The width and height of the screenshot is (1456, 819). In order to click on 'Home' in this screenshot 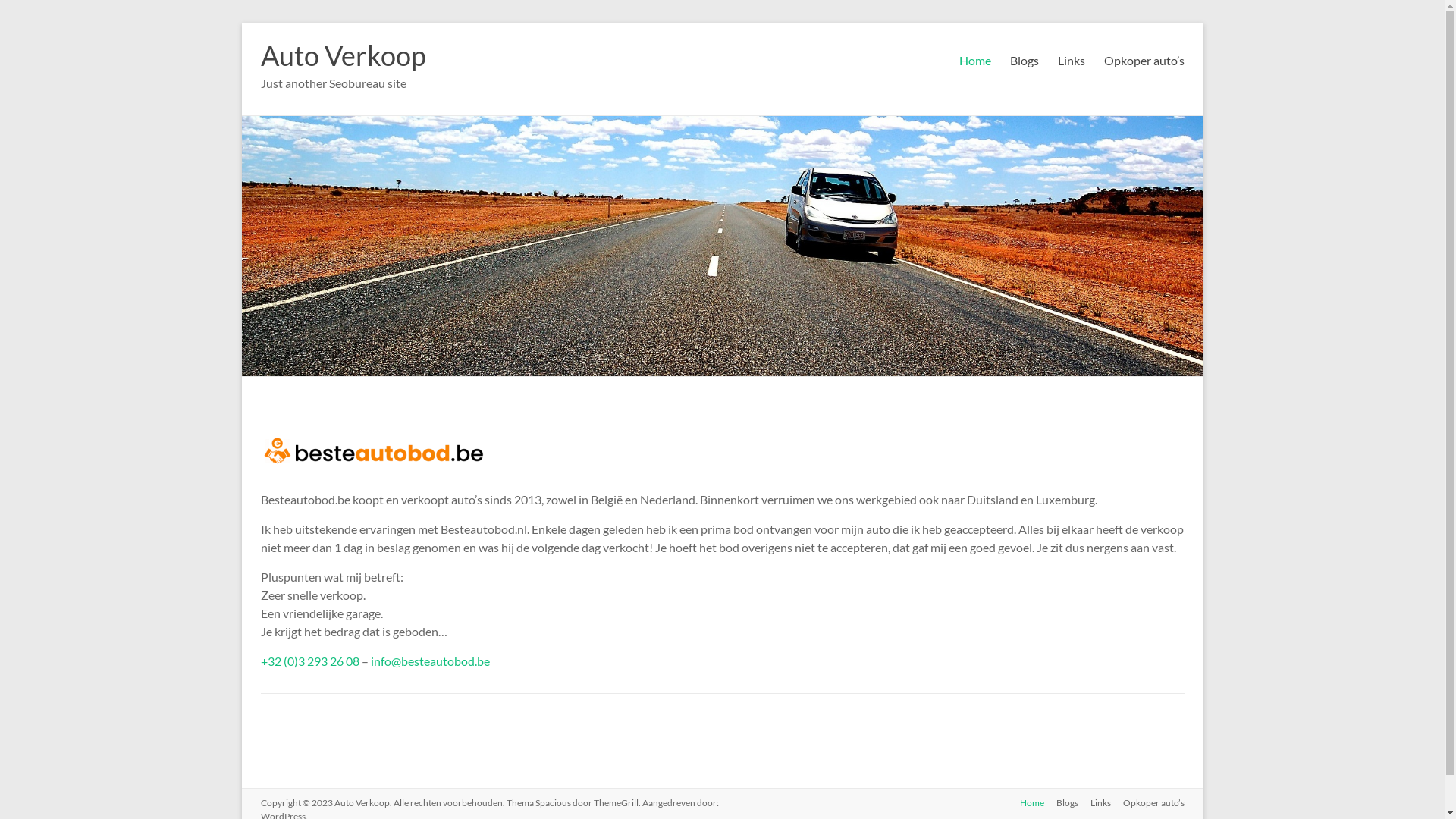, I will do `click(1007, 803)`.